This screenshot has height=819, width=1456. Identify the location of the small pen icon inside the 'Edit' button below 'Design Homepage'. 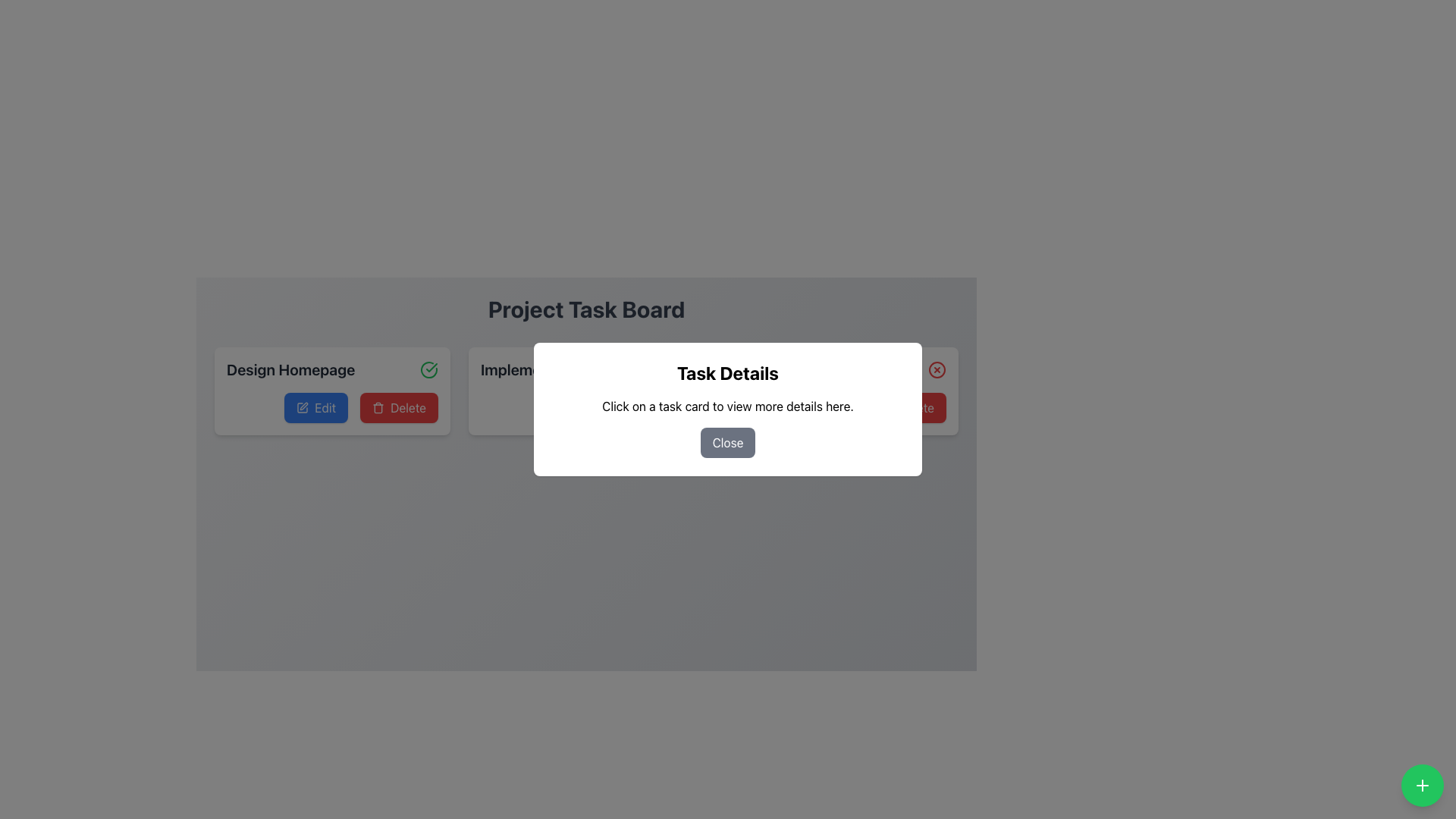
(303, 406).